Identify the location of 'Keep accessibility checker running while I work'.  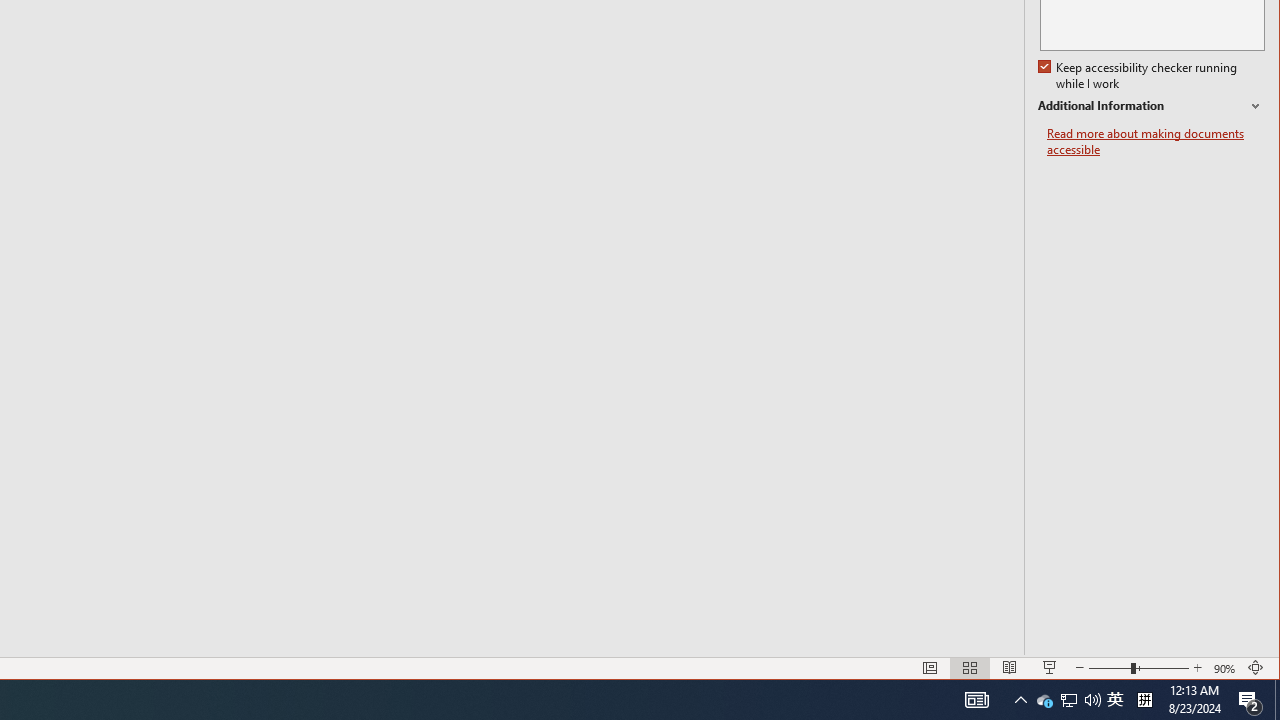
(1139, 75).